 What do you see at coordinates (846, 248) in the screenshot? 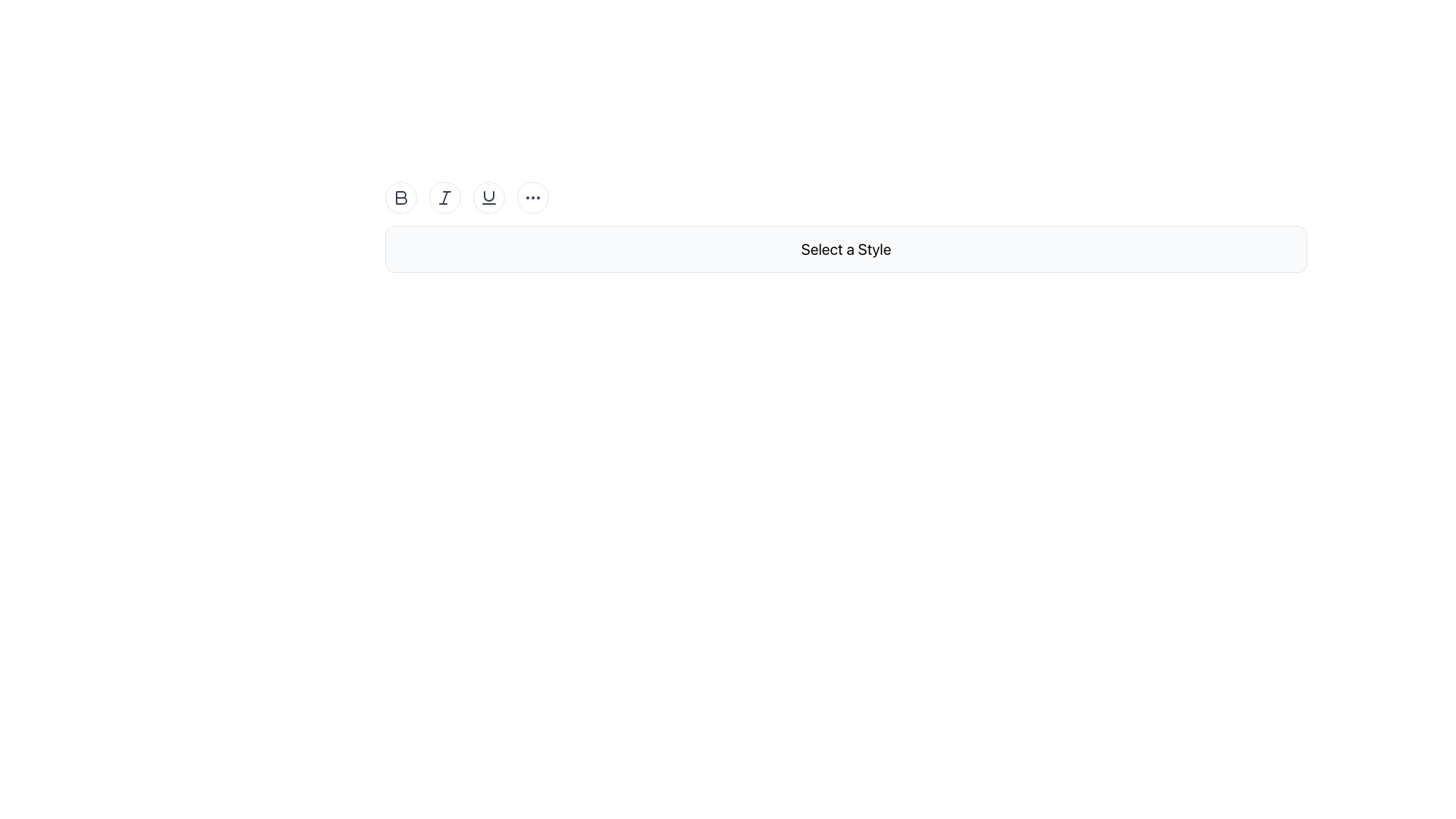
I see `the prominently displayed text label stating 'Select a Style' which is centrally positioned in a light background box with rounded corners` at bounding box center [846, 248].